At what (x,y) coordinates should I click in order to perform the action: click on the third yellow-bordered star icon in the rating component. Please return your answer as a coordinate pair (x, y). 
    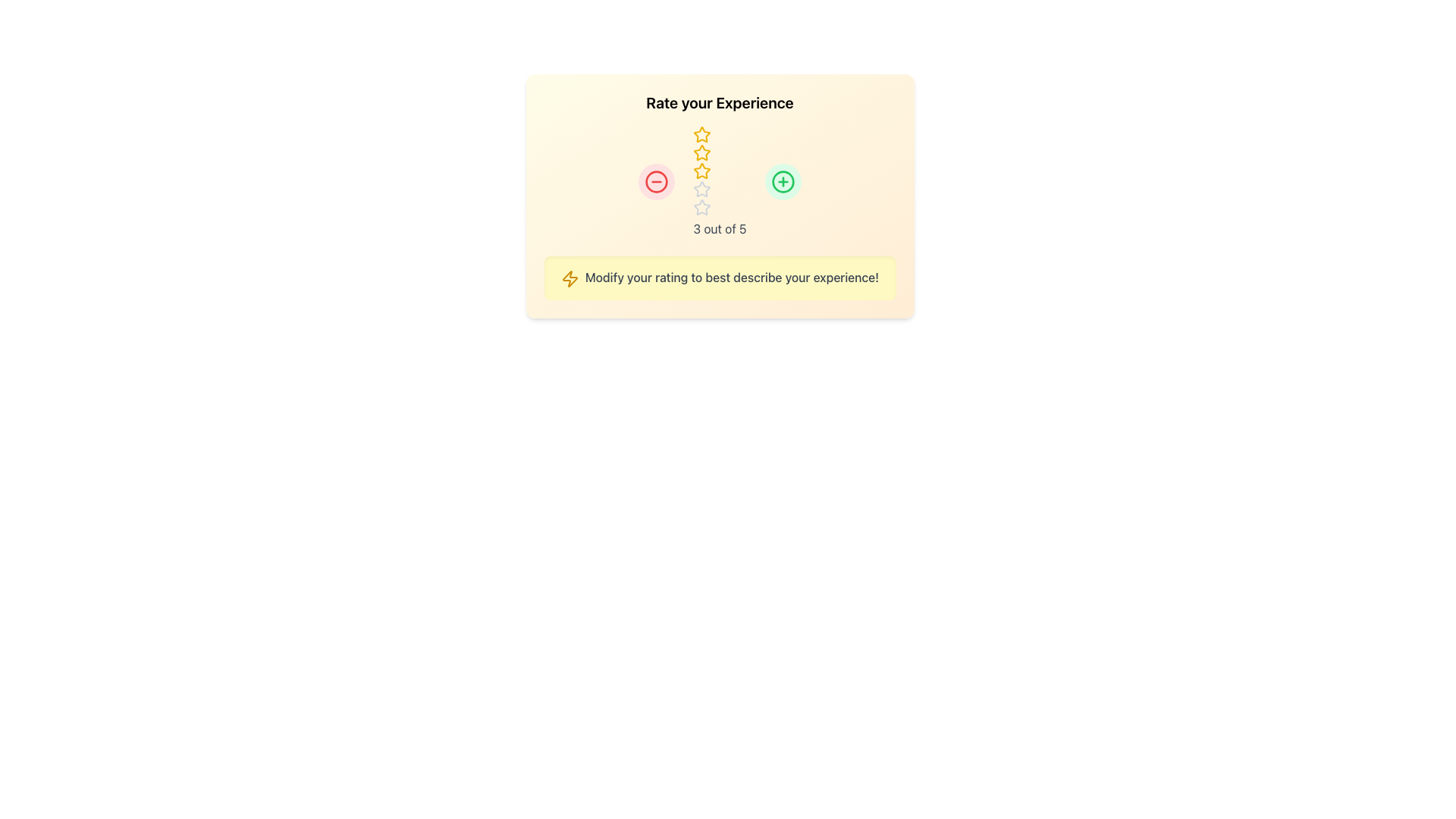
    Looking at the image, I should click on (701, 171).